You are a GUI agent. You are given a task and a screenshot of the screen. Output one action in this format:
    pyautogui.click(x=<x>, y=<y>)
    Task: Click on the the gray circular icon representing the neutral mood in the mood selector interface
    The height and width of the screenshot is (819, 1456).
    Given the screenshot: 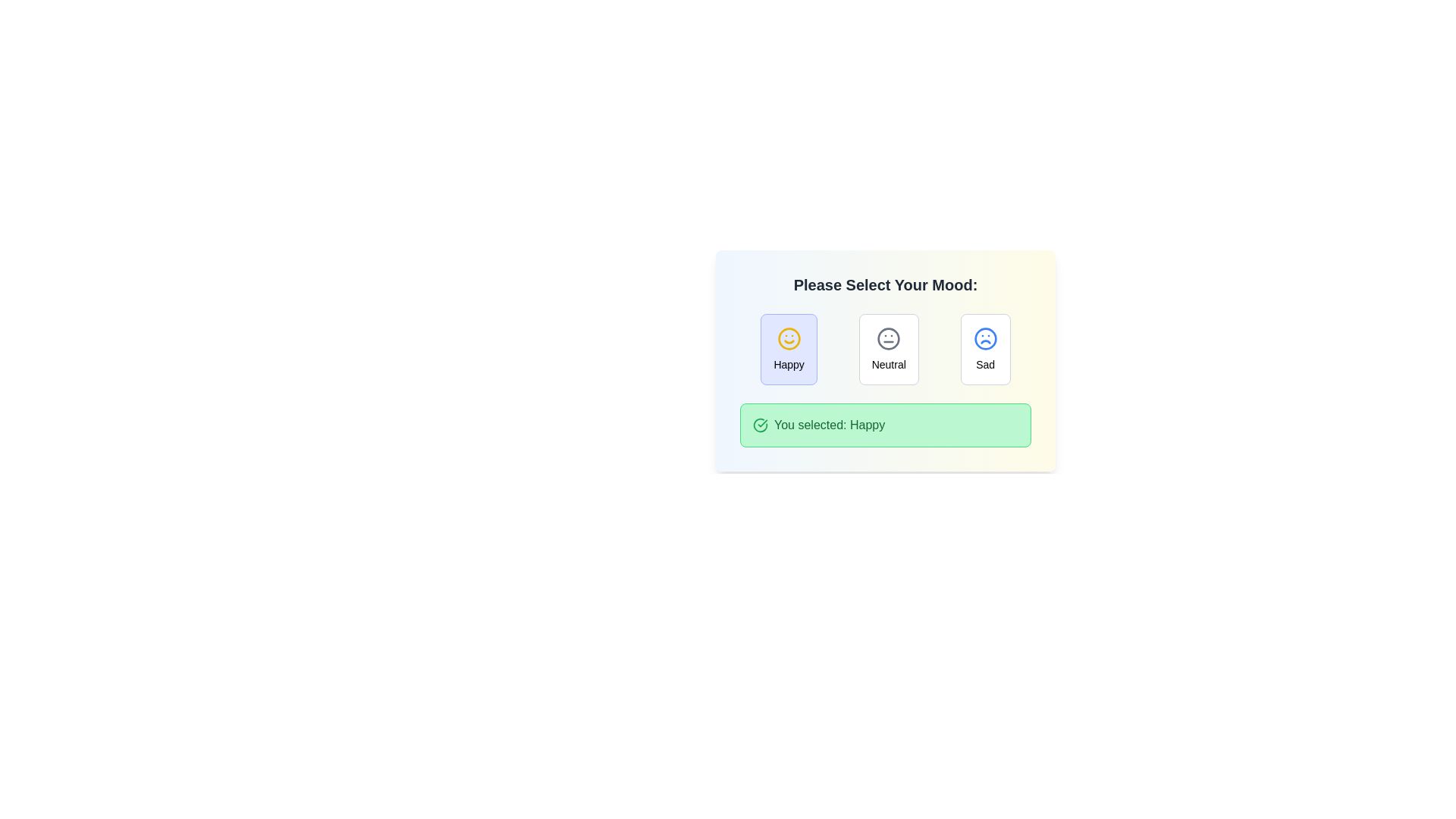 What is the action you would take?
    pyautogui.click(x=889, y=338)
    